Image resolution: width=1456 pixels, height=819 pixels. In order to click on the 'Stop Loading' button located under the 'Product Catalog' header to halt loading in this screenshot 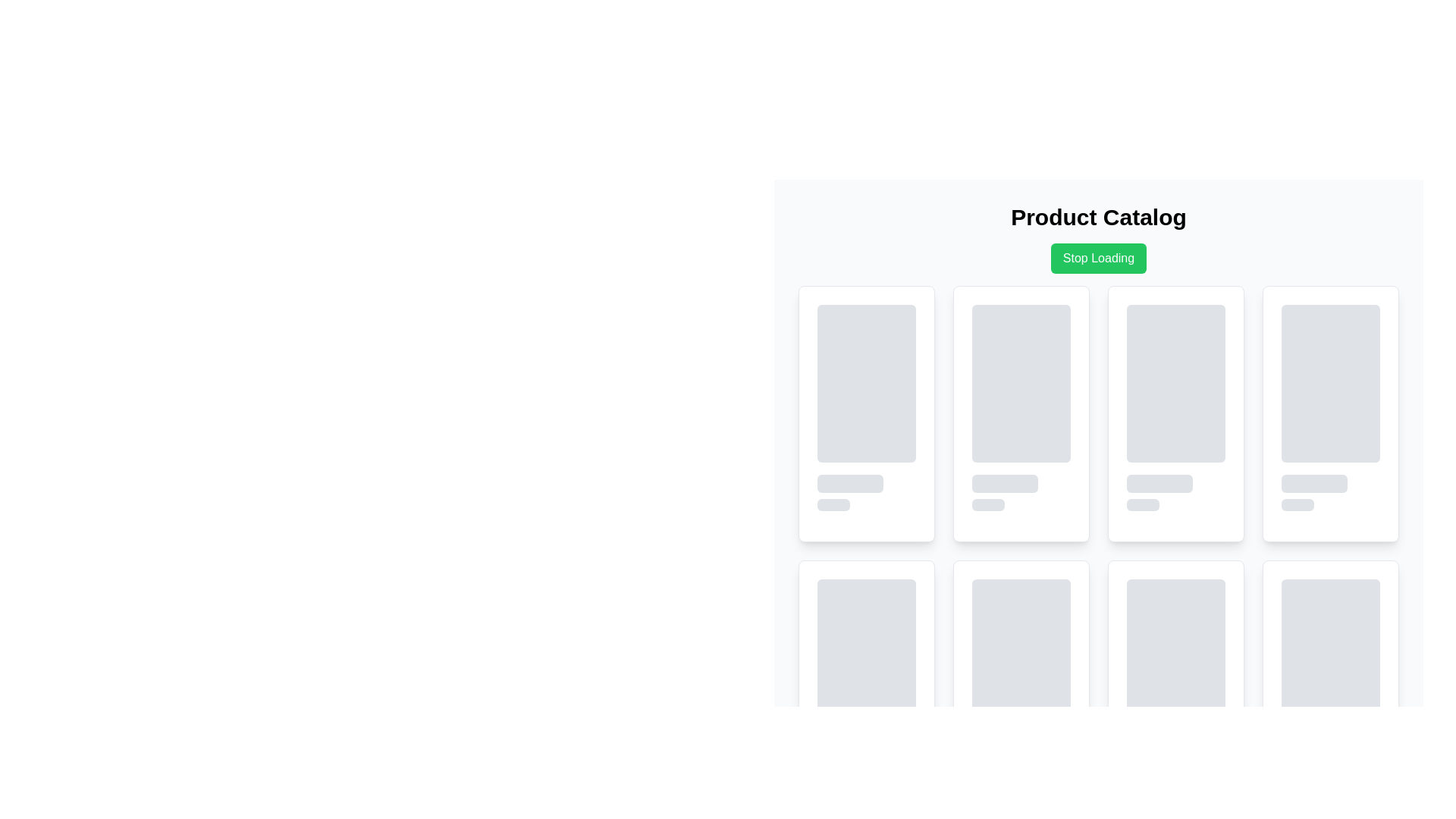, I will do `click(1099, 239)`.